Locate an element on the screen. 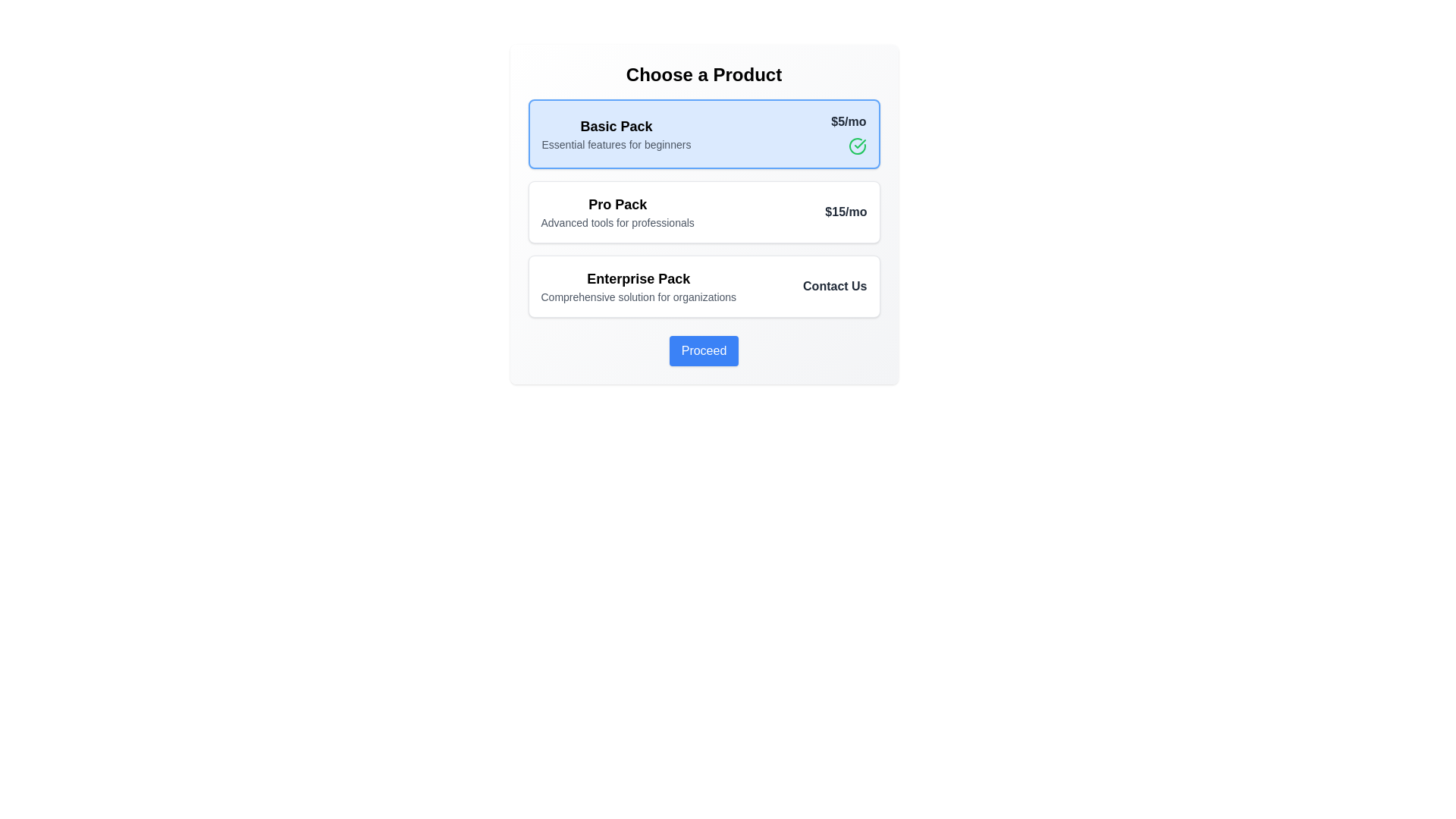  the label displaying 'Pro Pack', which consists of bold, larger text followed by a smaller description, located in the second option of the vertical list of product options is located at coordinates (617, 212).